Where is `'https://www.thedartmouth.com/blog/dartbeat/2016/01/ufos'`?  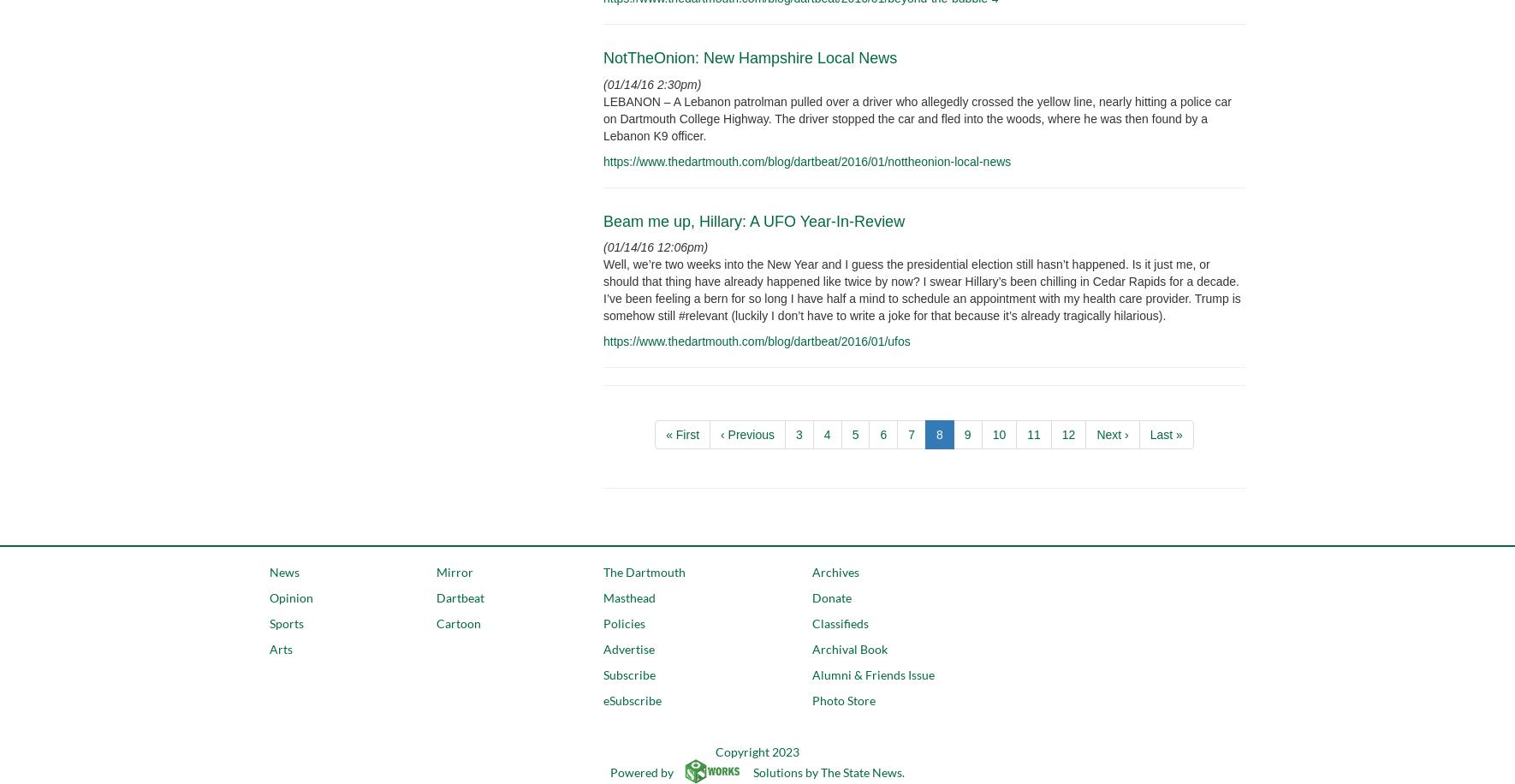 'https://www.thedartmouth.com/blog/dartbeat/2016/01/ufos' is located at coordinates (756, 342).